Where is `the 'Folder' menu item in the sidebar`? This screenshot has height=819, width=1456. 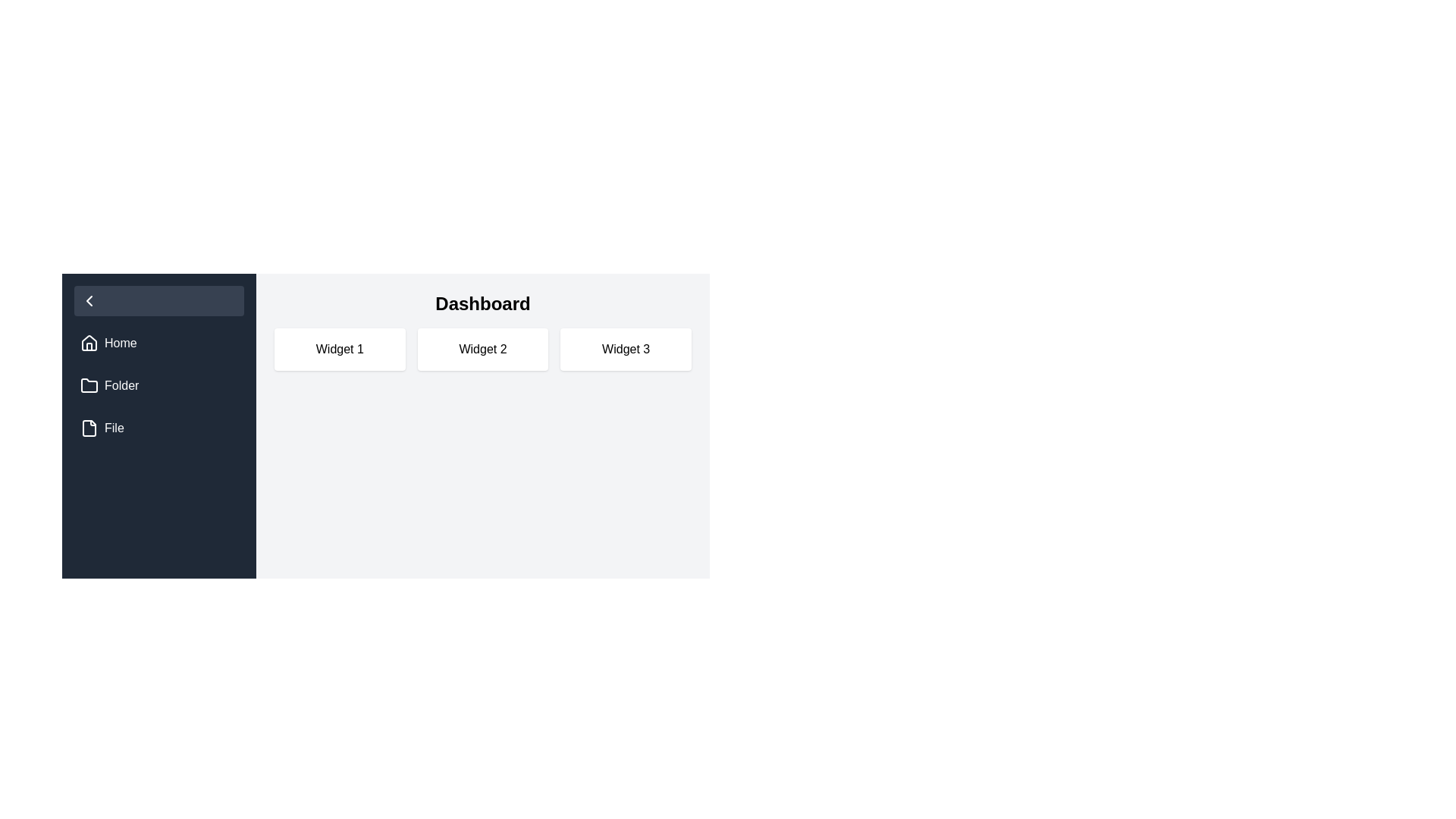 the 'Folder' menu item in the sidebar is located at coordinates (159, 385).